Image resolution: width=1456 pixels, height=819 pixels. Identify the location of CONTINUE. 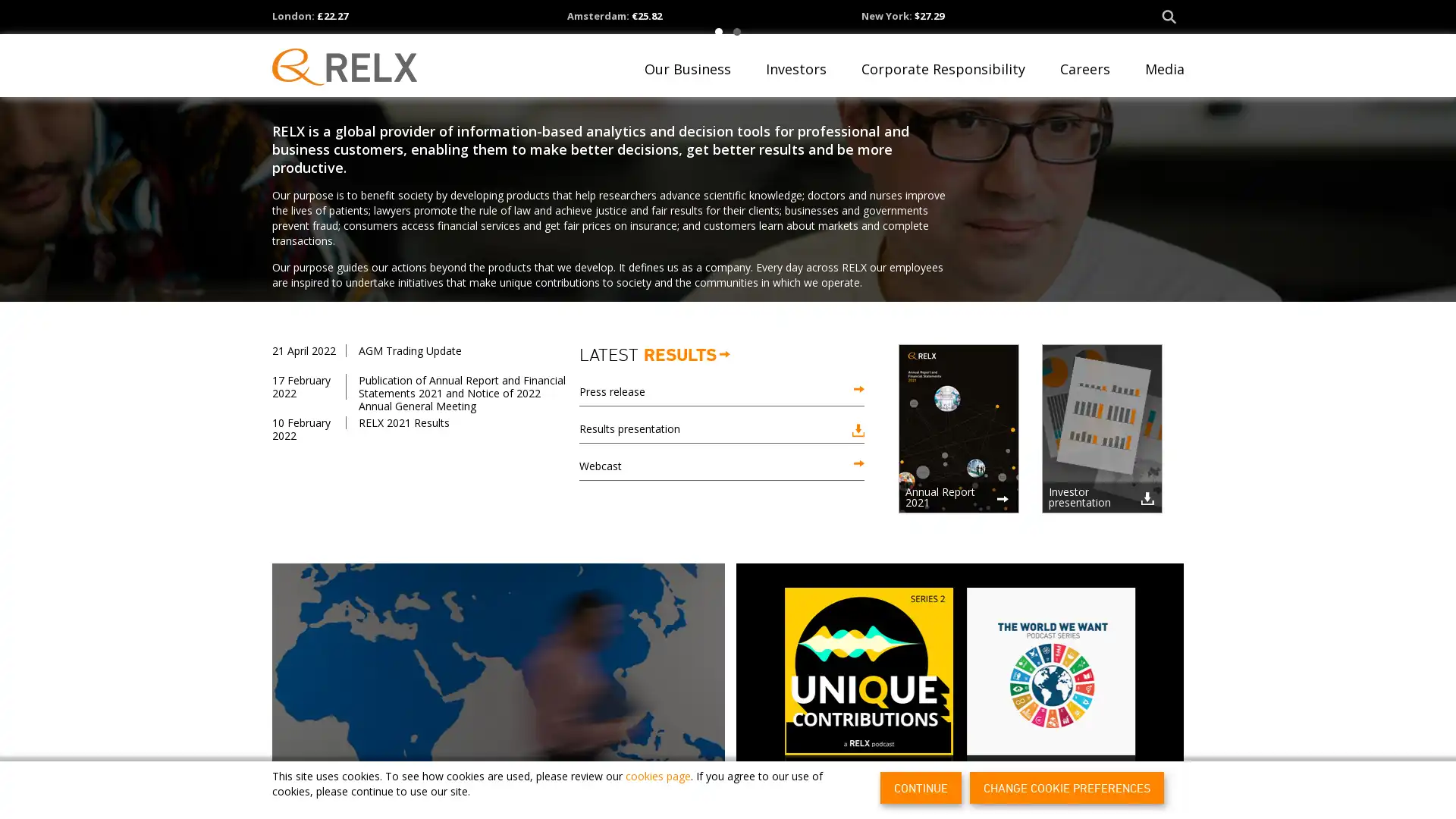
(926, 786).